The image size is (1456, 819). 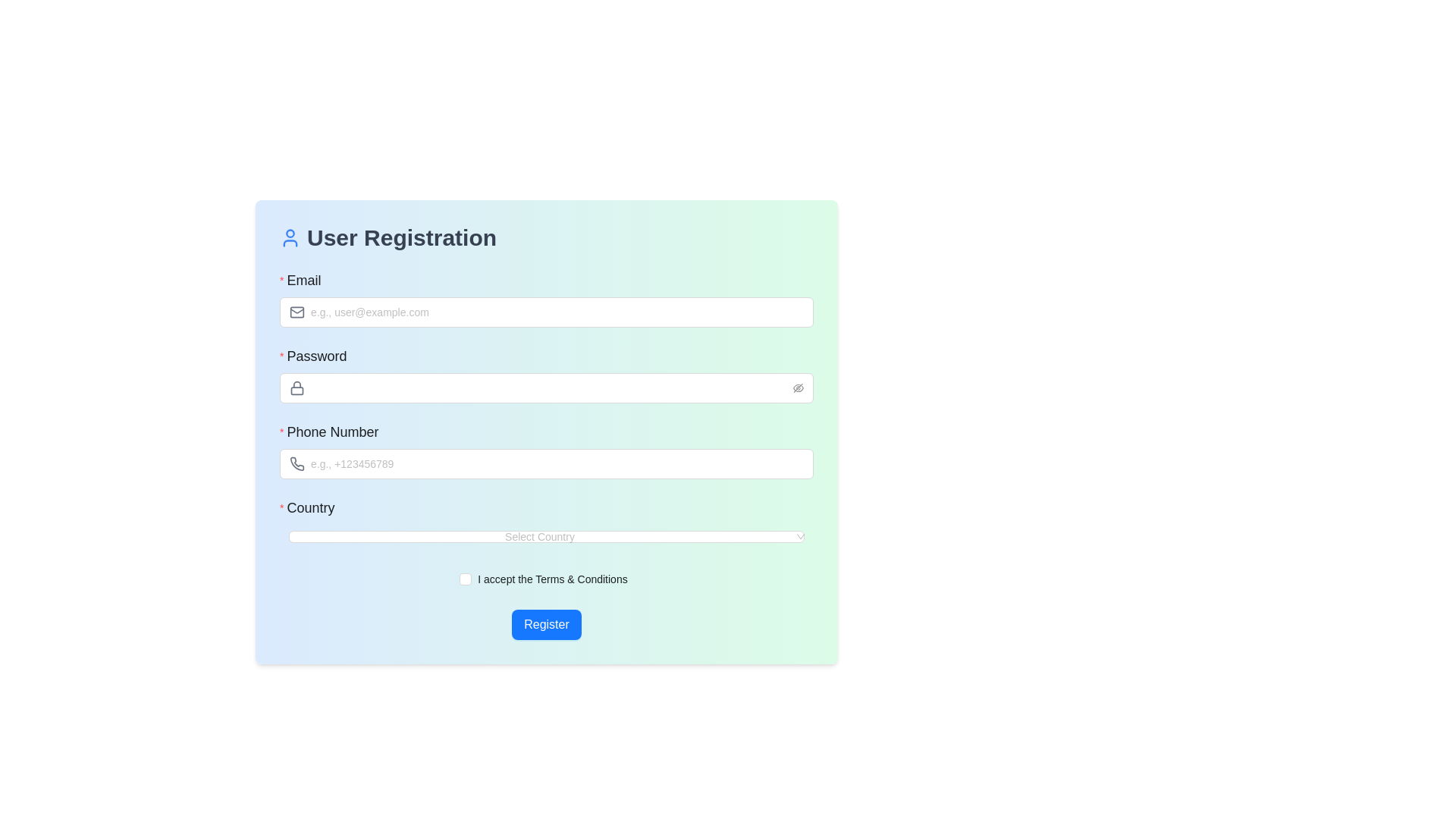 I want to click on the gray lock icon located inside the 'Password' input field, positioned between the 'Email' and 'Phone Number' fields, so click(x=298, y=388).